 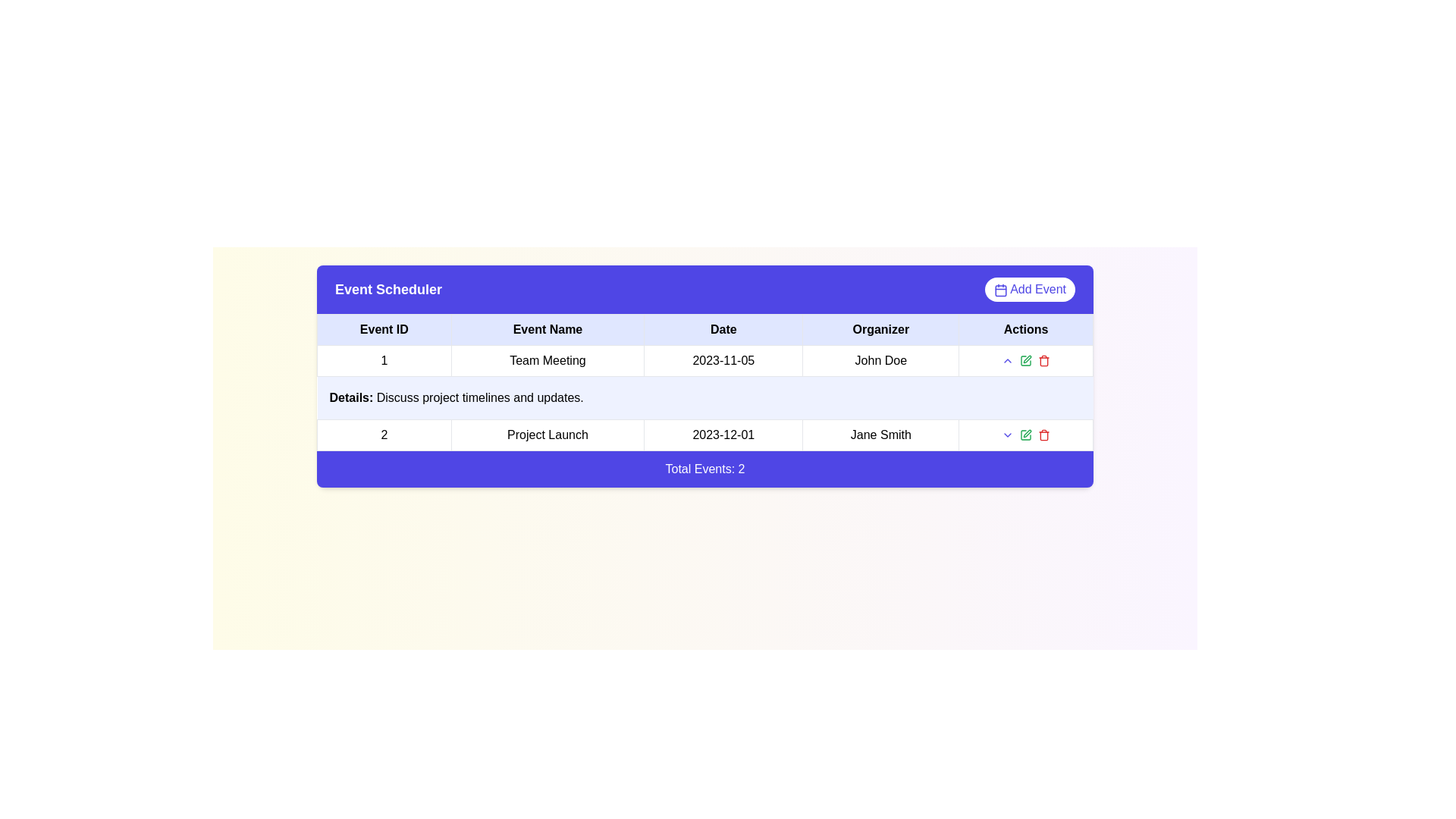 I want to click on the icons in the action set located in the 'Actions' column of the second row of the 'Event Scheduler' table, so click(x=1026, y=435).